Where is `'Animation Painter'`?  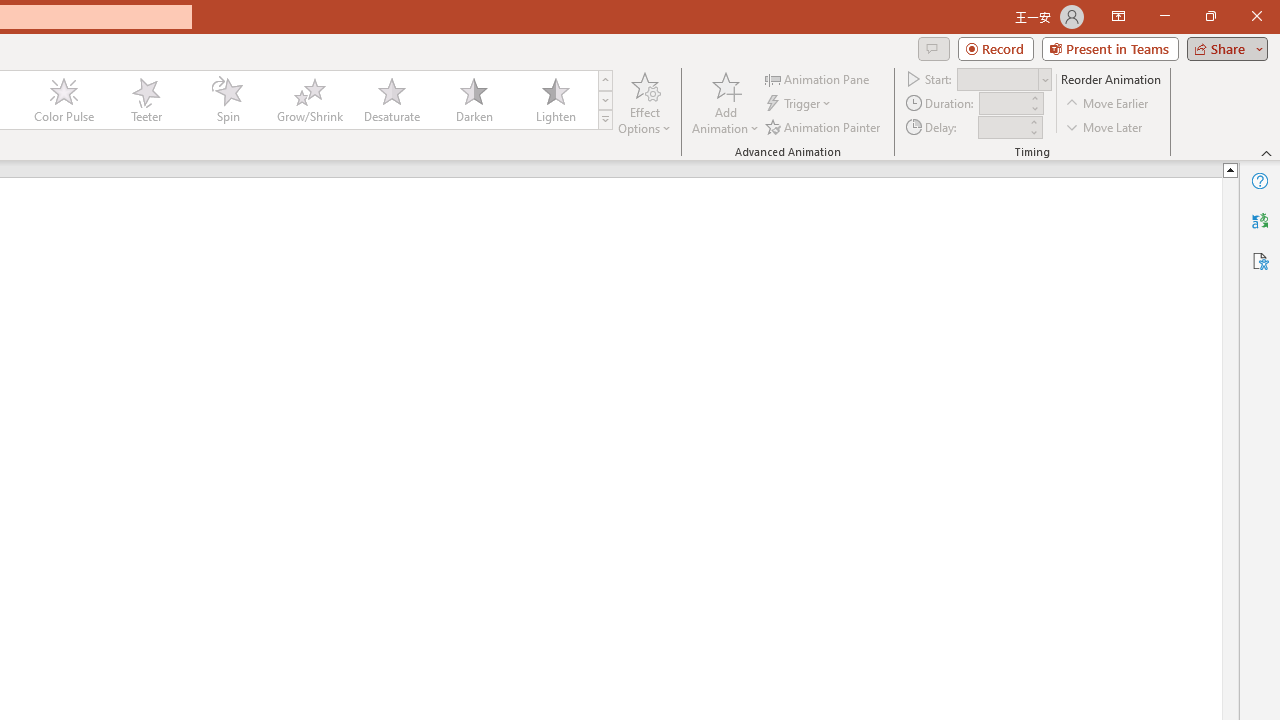 'Animation Painter' is located at coordinates (824, 127).